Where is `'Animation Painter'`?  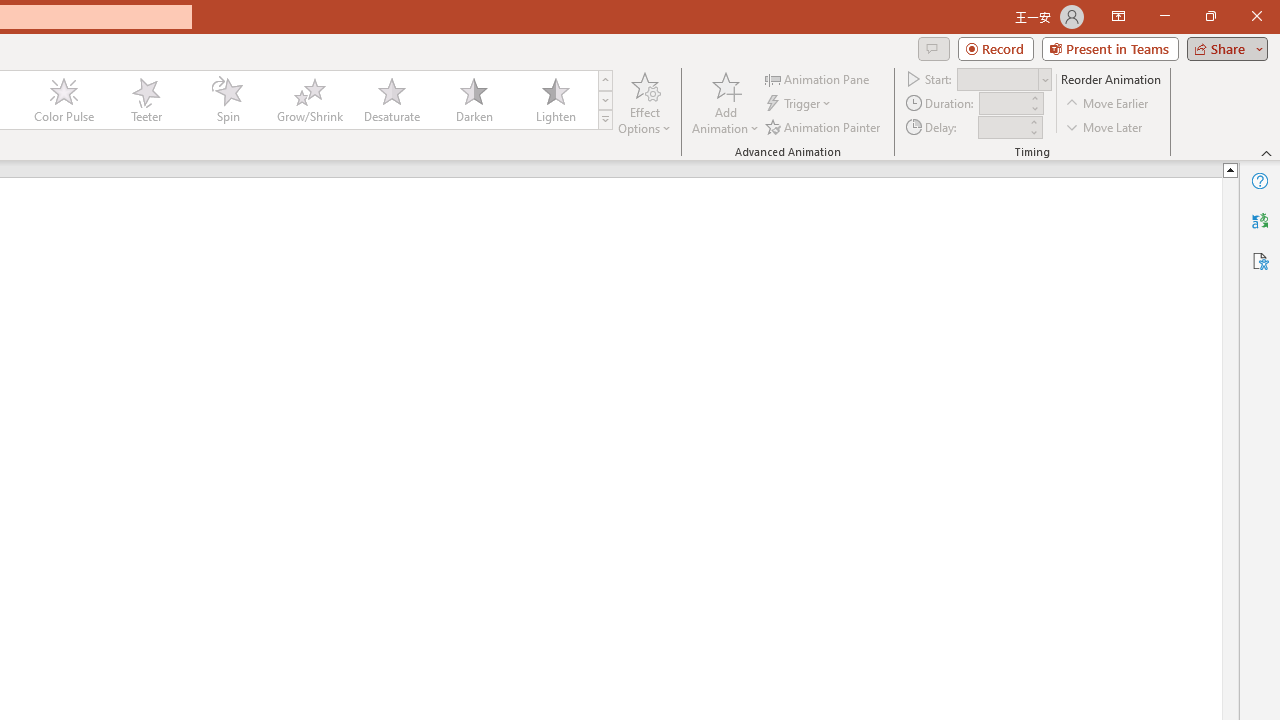 'Animation Painter' is located at coordinates (824, 127).